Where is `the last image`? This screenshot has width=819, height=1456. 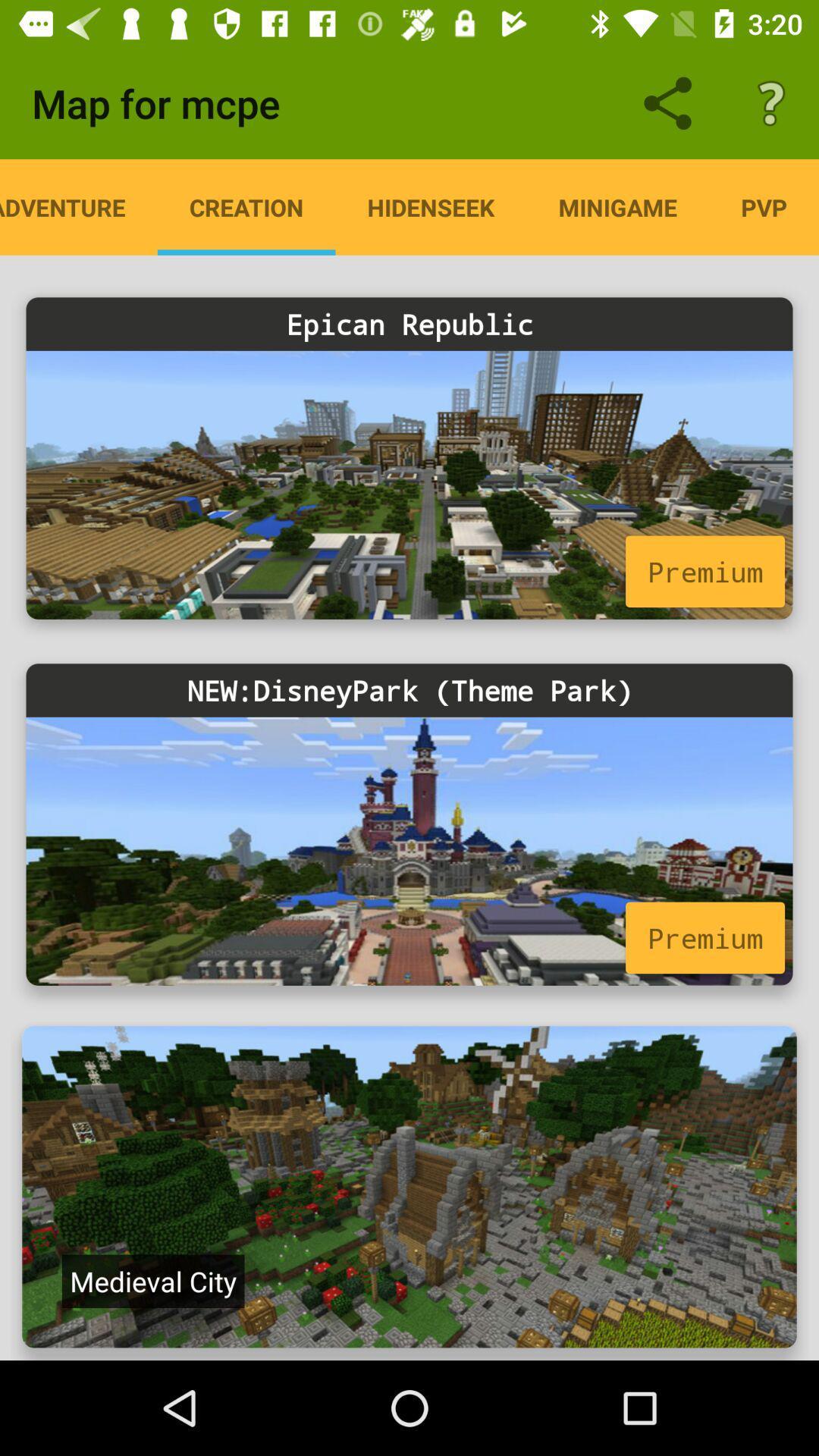 the last image is located at coordinates (409, 1183).